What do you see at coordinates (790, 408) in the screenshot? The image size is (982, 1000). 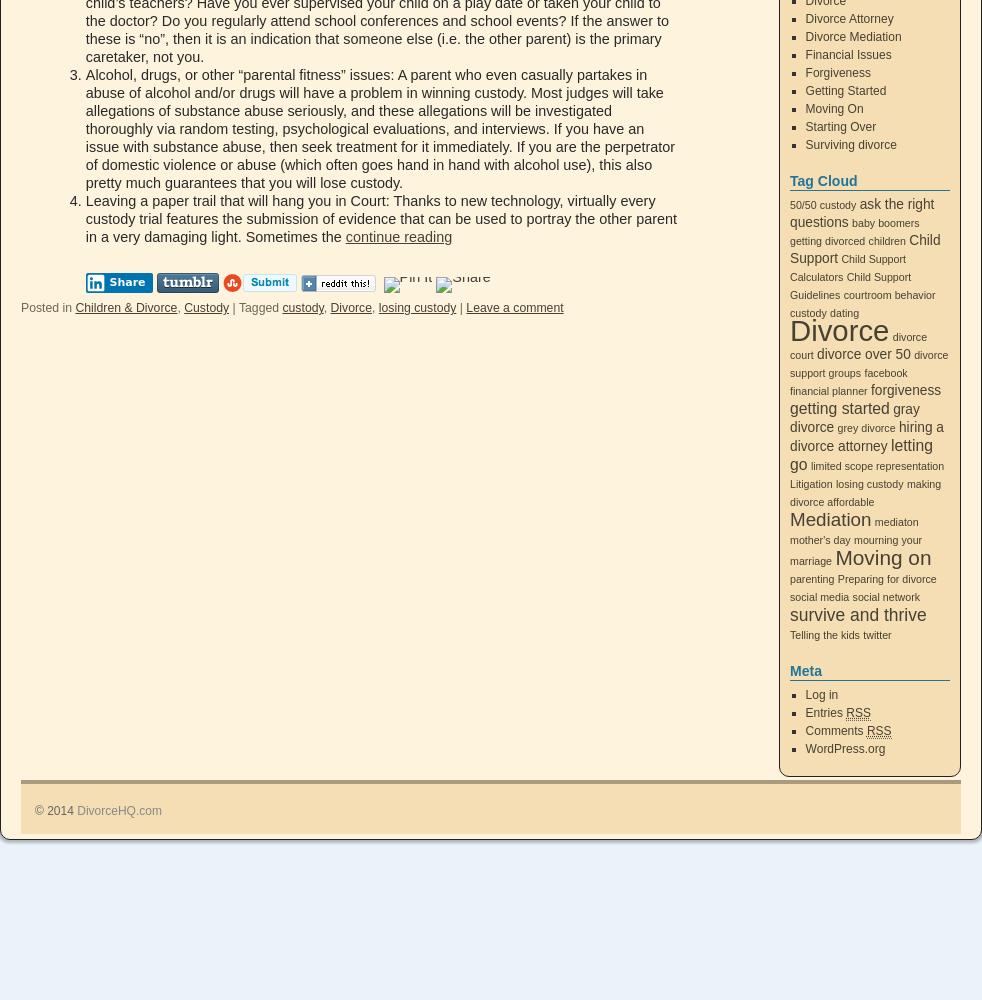 I see `'getting started'` at bounding box center [790, 408].